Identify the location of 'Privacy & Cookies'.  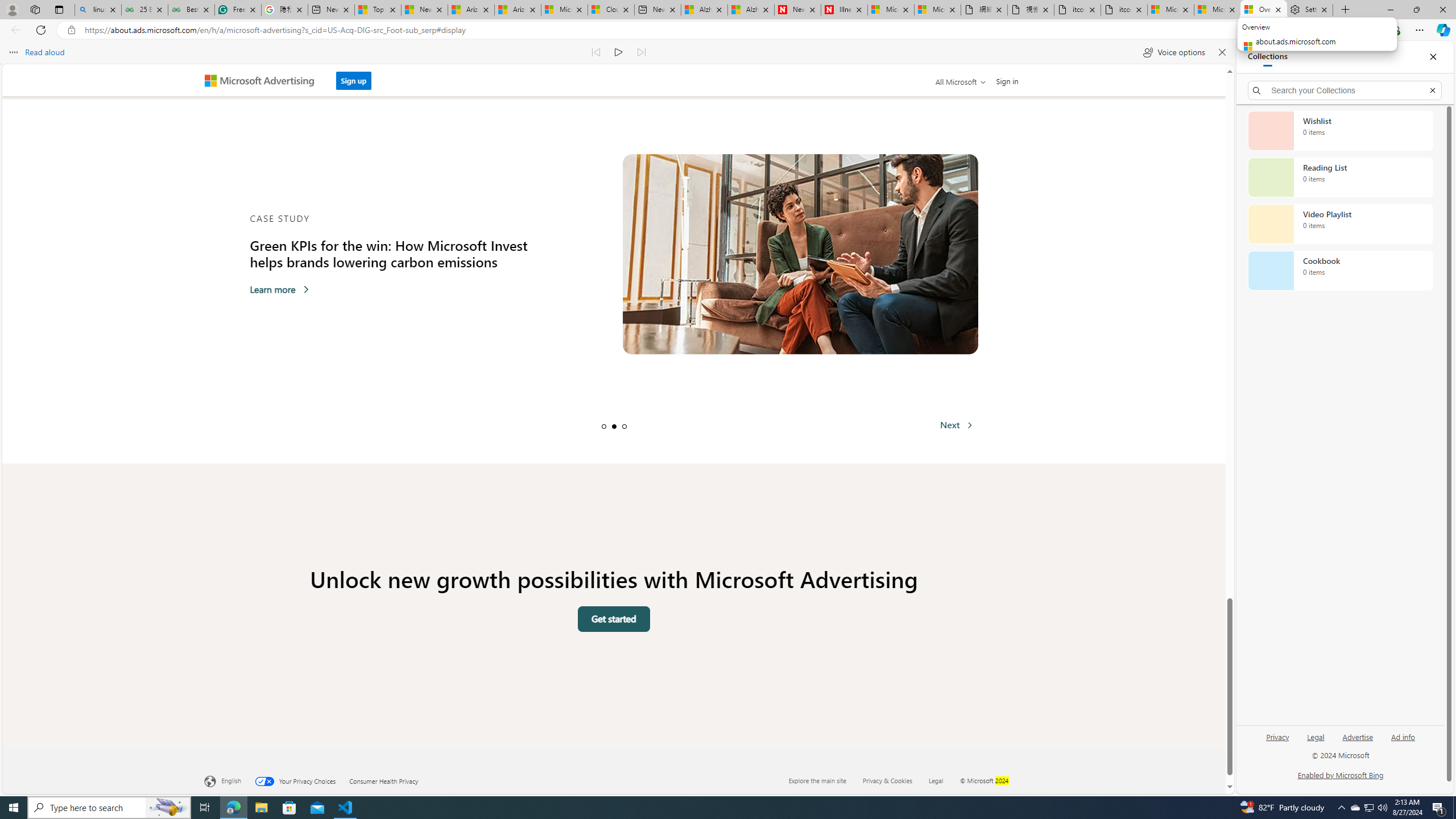
(895, 780).